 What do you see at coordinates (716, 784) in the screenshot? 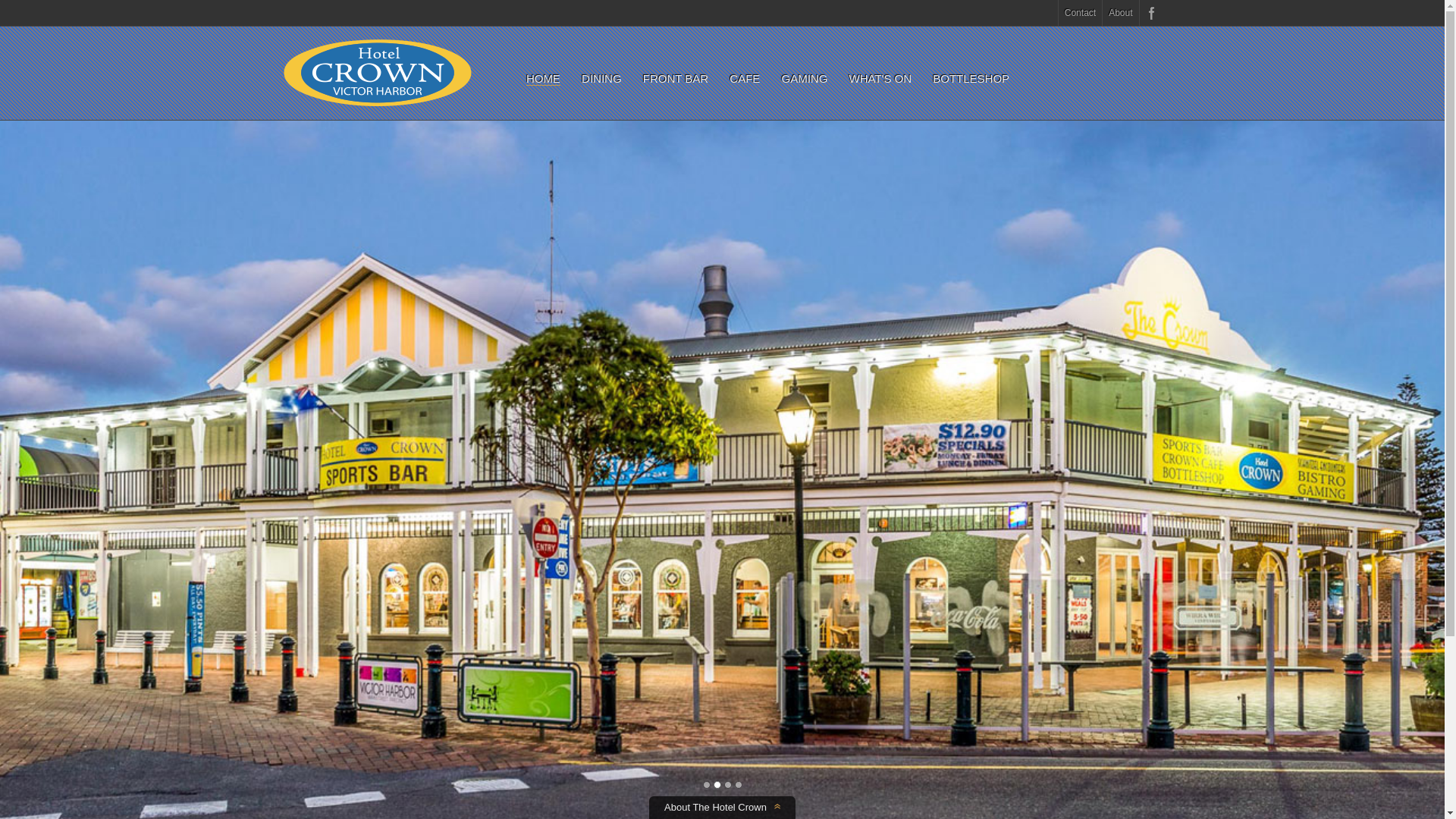
I see `'2'` at bounding box center [716, 784].